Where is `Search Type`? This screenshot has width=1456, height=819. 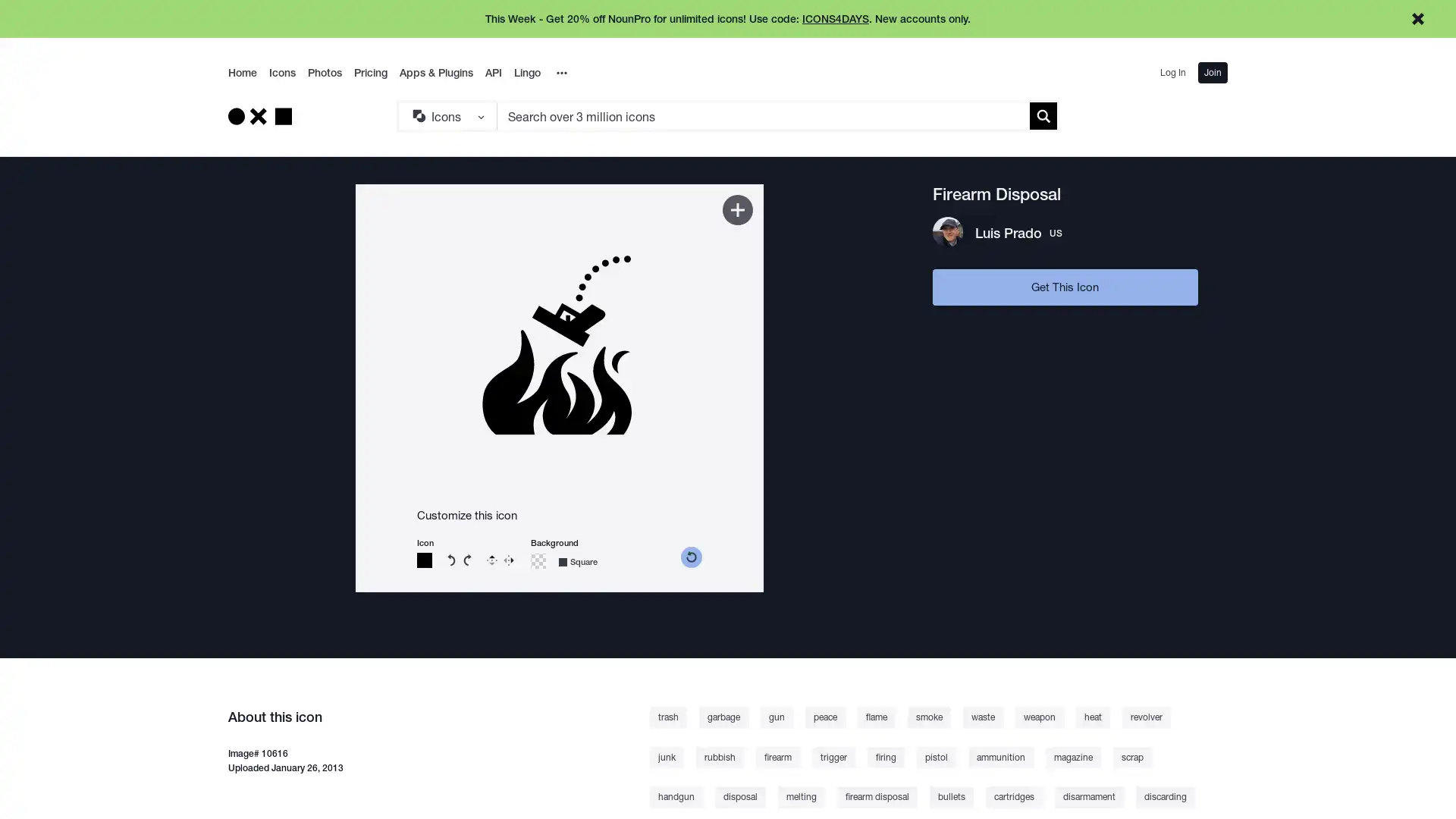 Search Type is located at coordinates (447, 115).